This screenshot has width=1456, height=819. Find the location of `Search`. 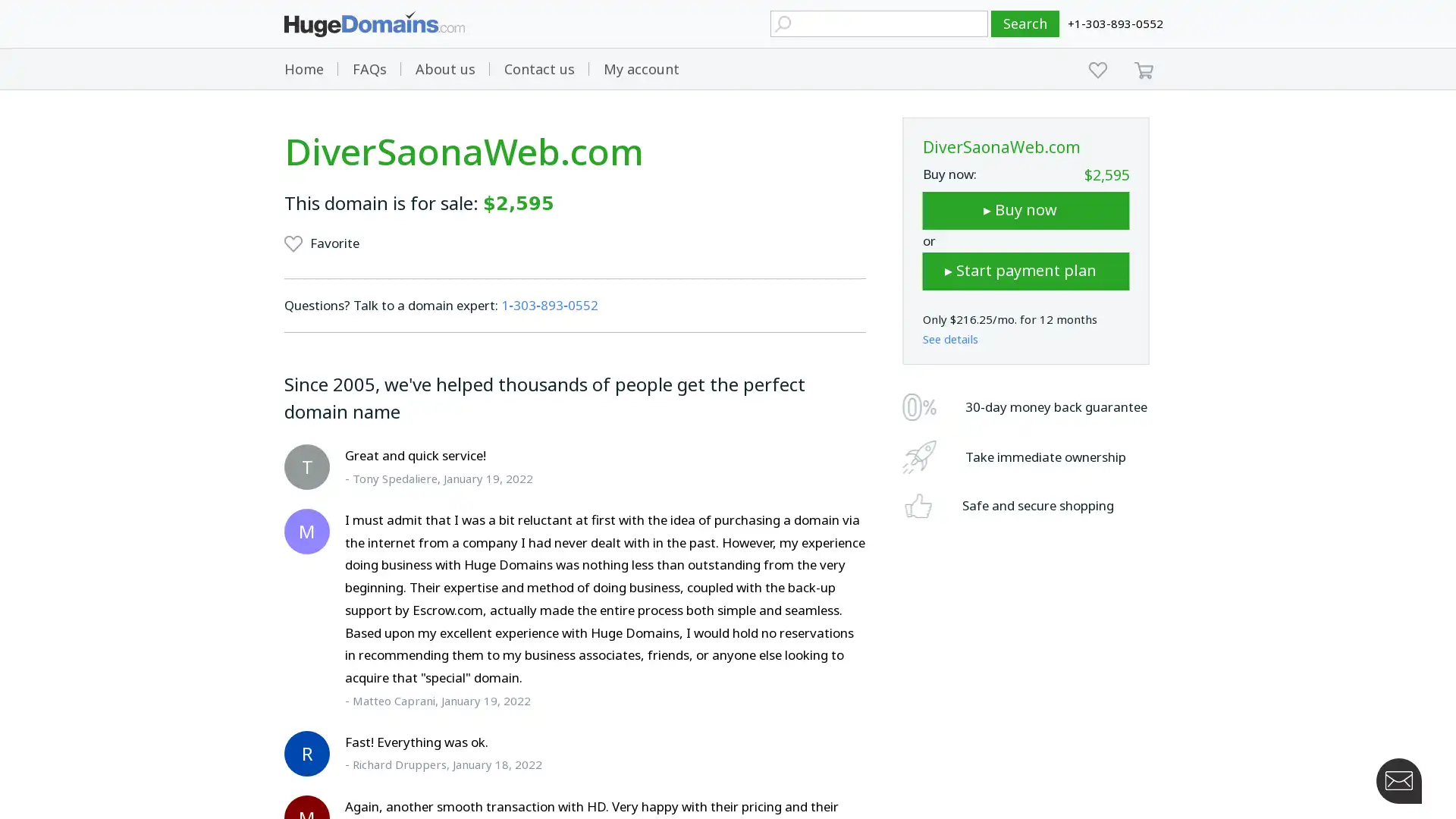

Search is located at coordinates (1025, 24).